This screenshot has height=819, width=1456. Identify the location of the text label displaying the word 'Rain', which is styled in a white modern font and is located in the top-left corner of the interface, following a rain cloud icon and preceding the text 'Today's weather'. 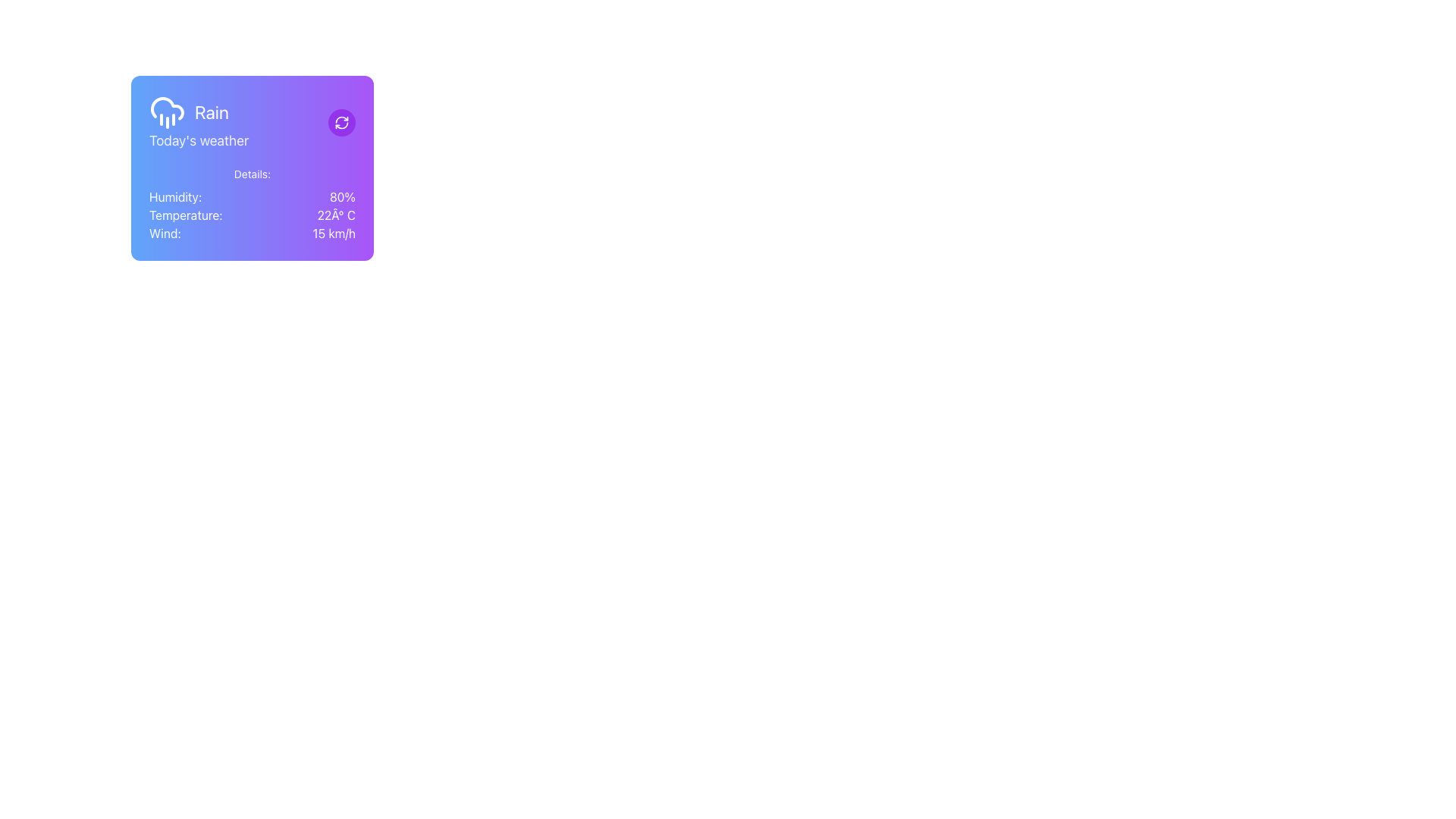
(198, 111).